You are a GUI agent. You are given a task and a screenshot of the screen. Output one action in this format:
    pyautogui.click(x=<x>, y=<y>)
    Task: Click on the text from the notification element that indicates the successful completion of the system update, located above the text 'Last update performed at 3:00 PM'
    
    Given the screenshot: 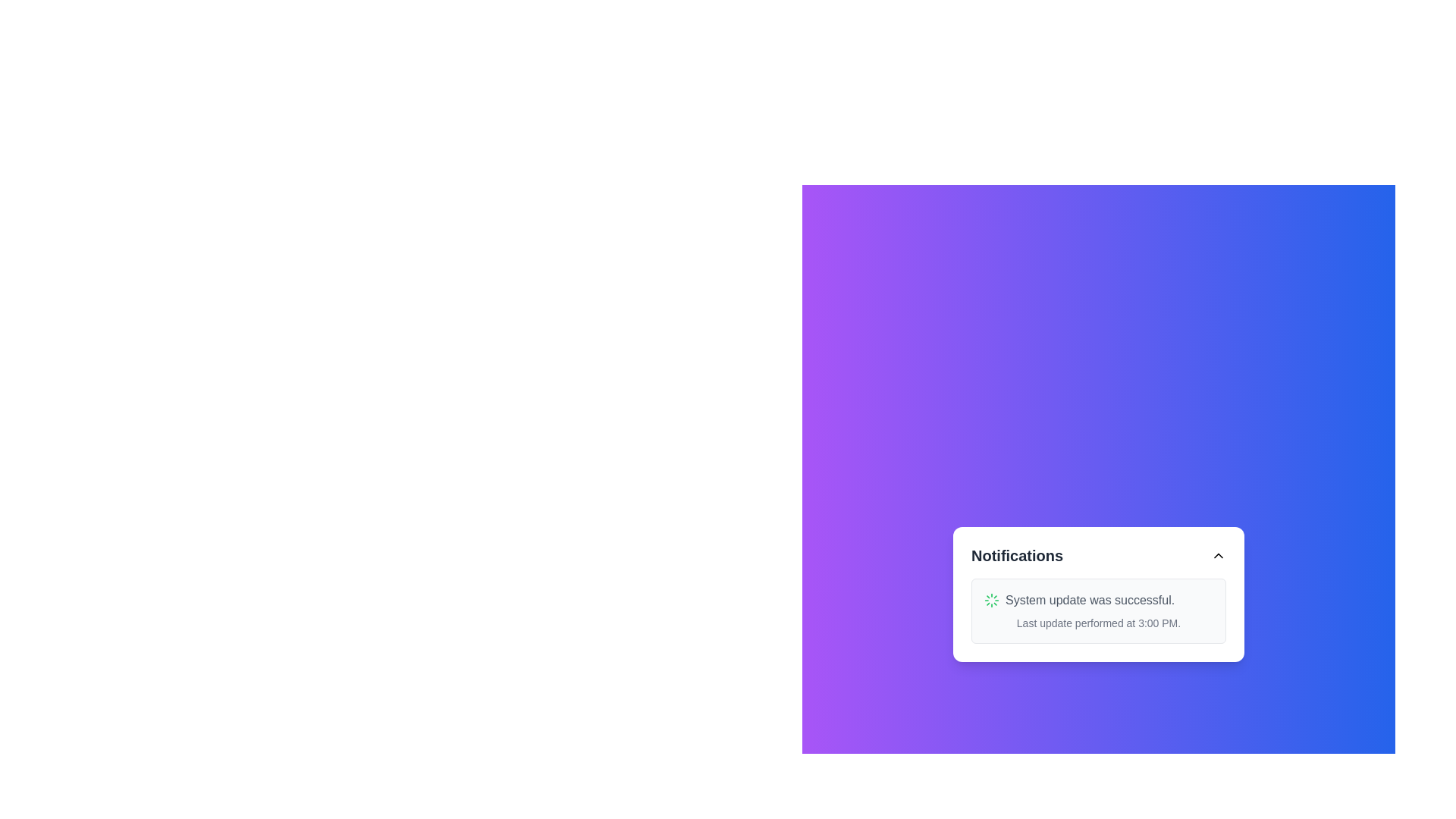 What is the action you would take?
    pyautogui.click(x=1099, y=599)
    